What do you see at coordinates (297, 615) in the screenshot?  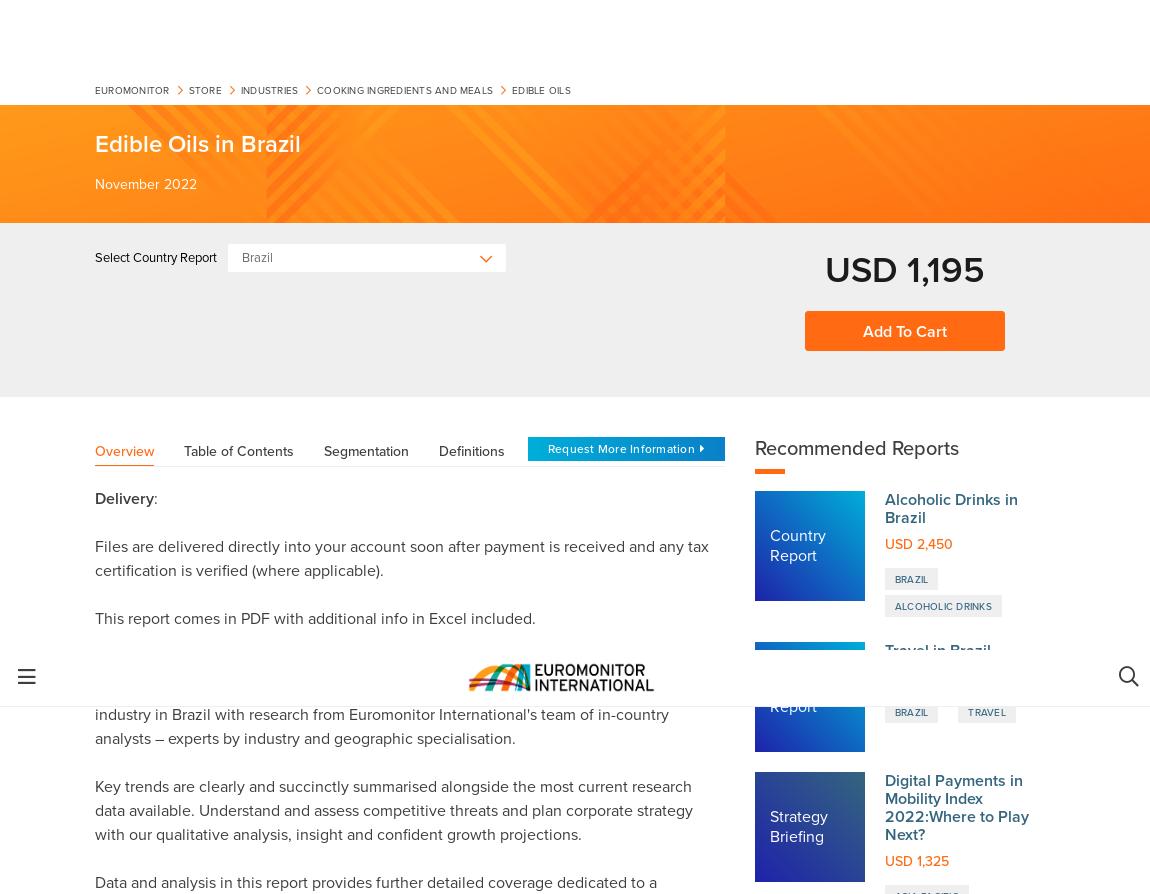 I see `'What is the market size of Edible Oils in Brazil?'` at bounding box center [297, 615].